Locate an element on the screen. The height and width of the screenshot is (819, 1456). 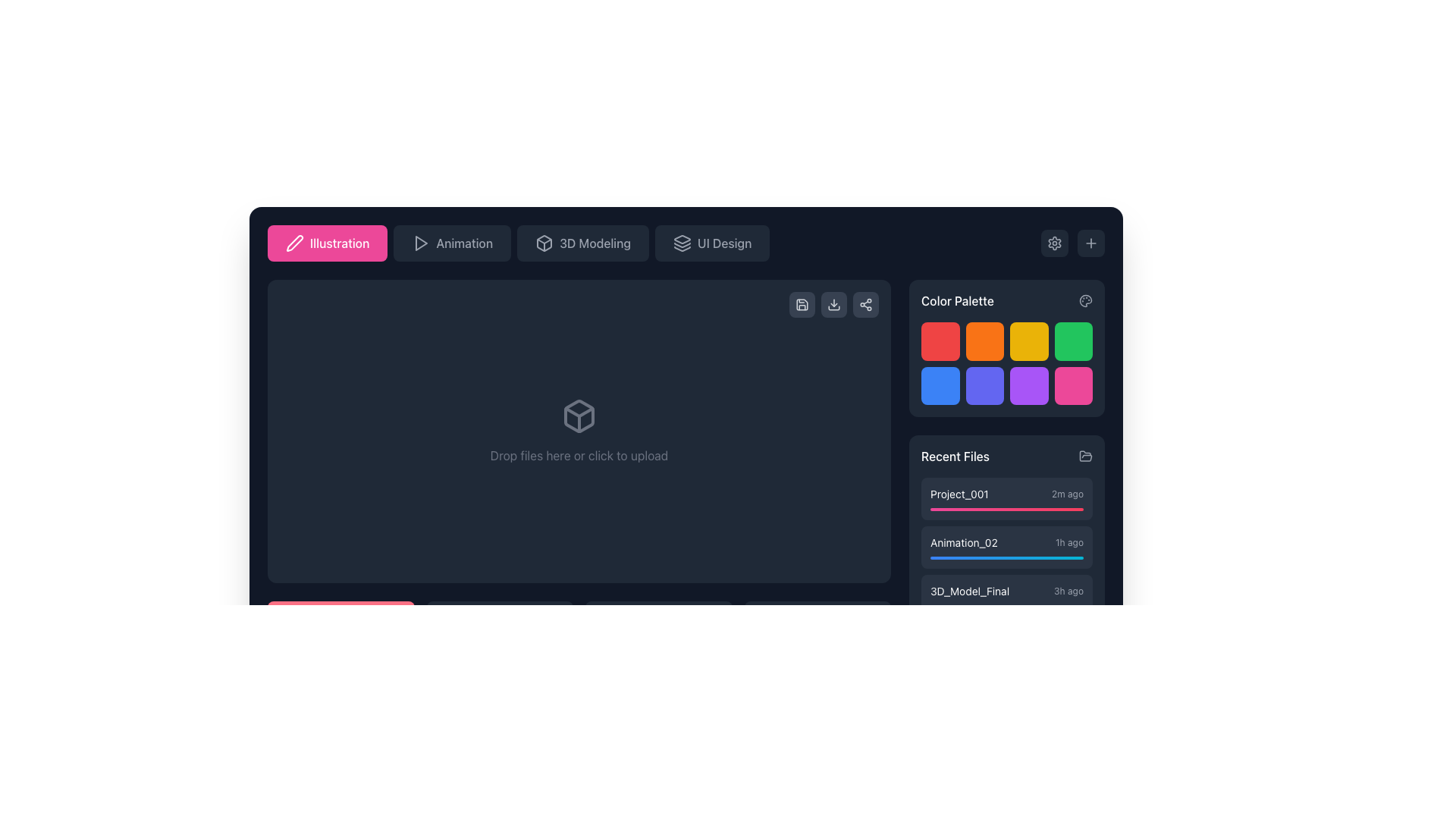
the first selectable color square in the top-right section of the color palette is located at coordinates (939, 341).